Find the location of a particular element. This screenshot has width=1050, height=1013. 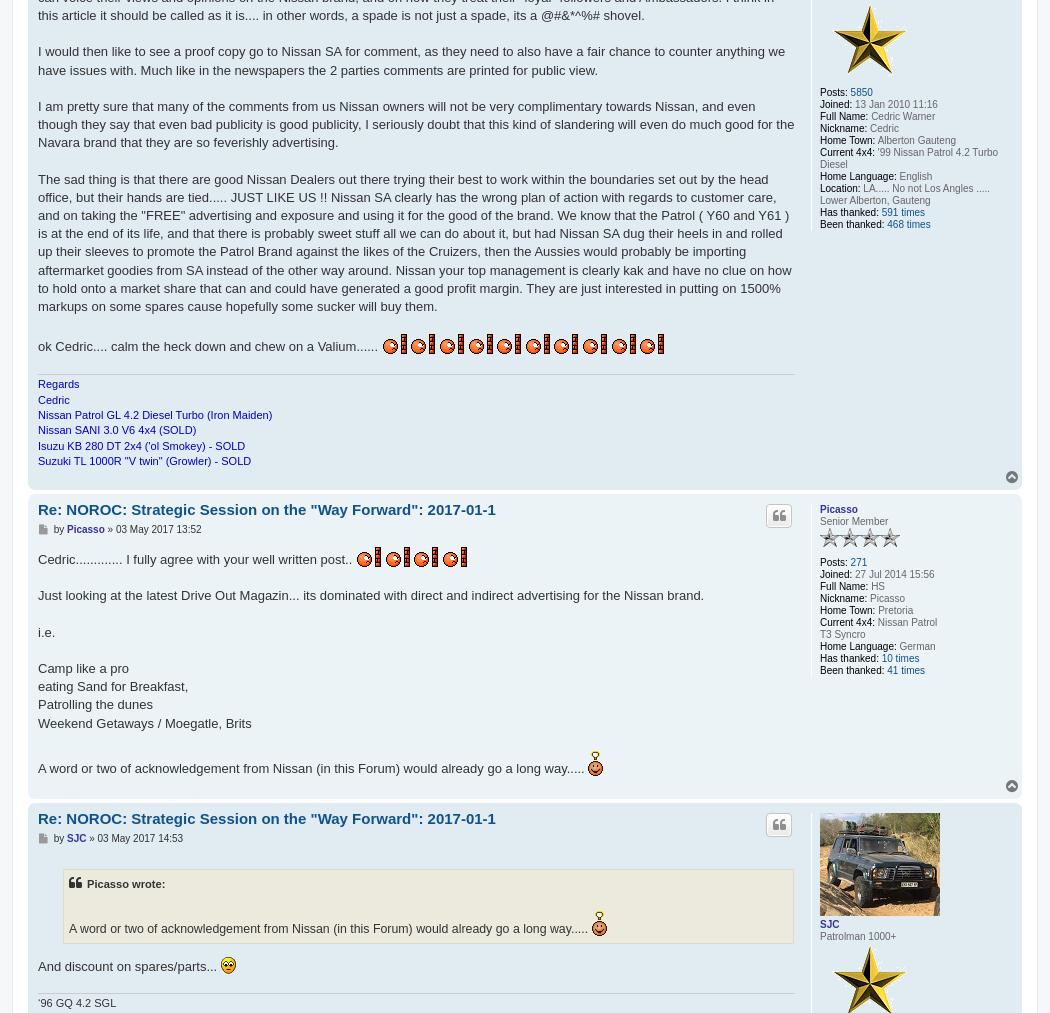

'ok Cedric.... calm the heck down and chew on a Valium......' is located at coordinates (38, 346).